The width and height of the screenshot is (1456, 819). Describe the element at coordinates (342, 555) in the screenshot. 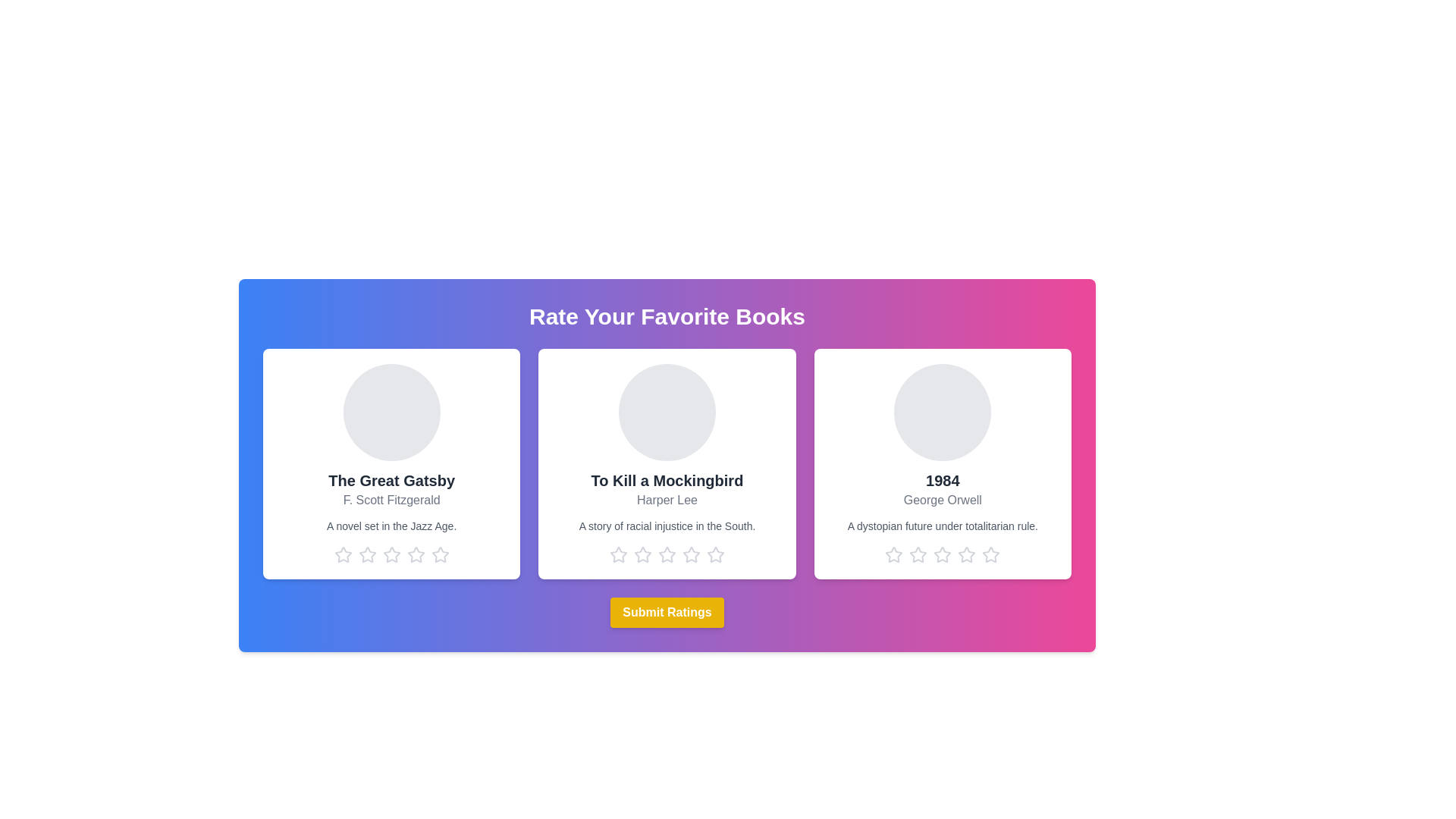

I see `the star corresponding to the rating 1 for the book titled The Great Gatsby` at that location.